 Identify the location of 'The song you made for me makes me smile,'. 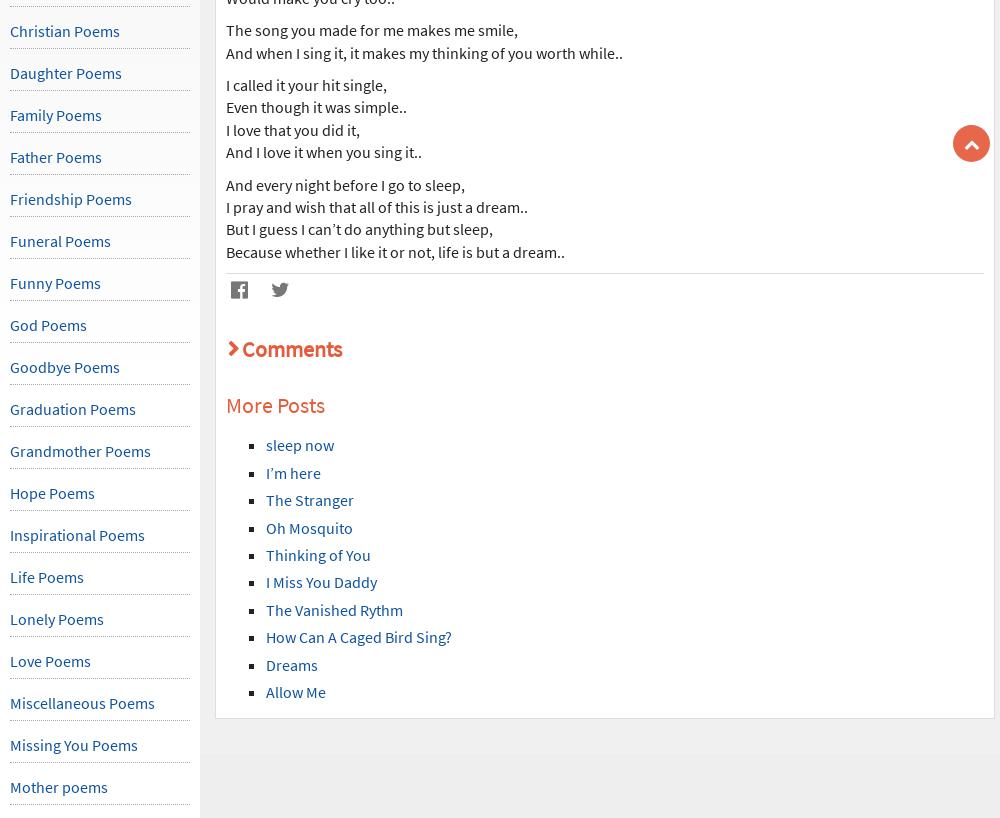
(371, 29).